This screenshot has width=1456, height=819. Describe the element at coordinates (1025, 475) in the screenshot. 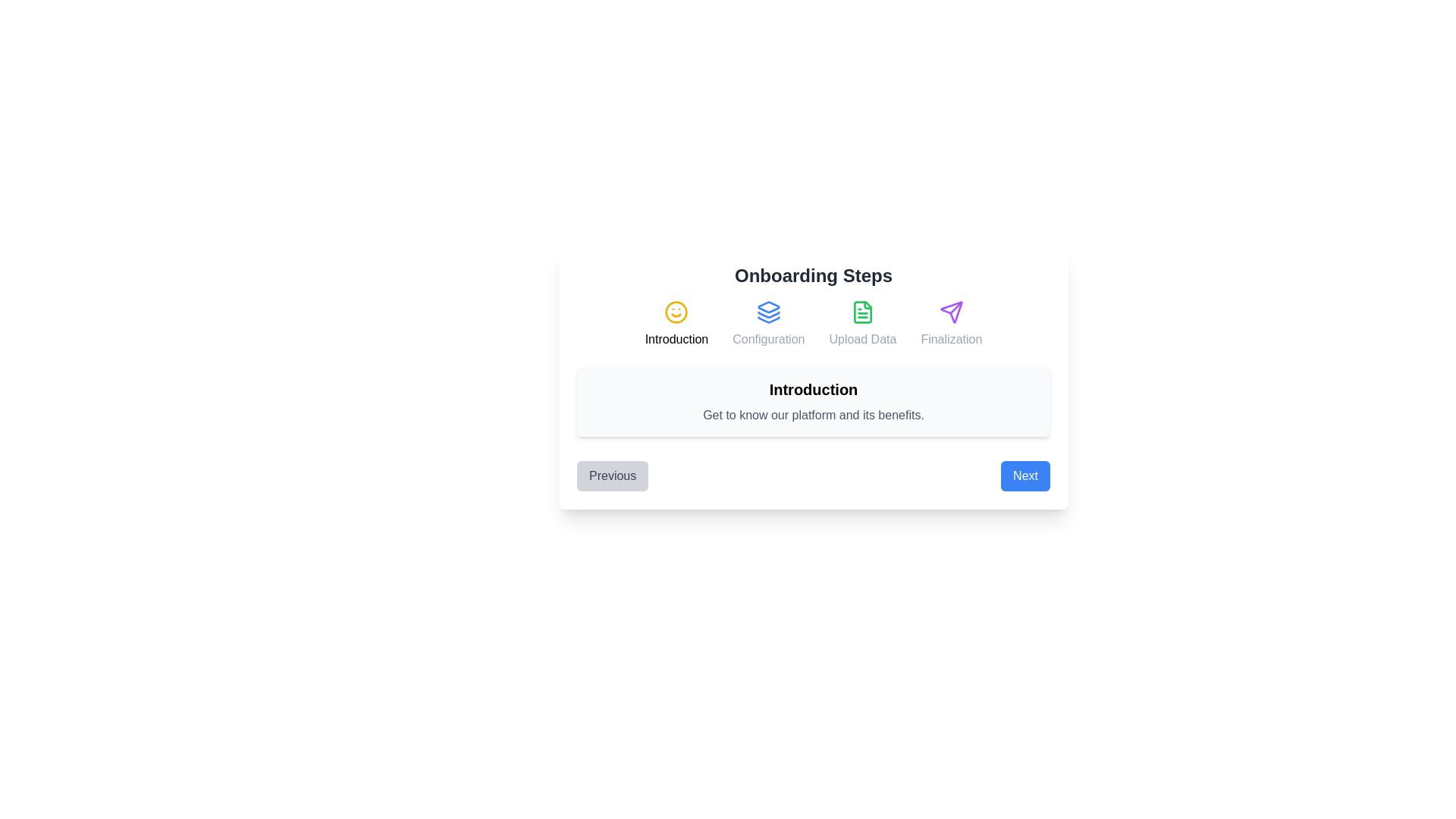

I see `the 'Next' button, which is a rounded rectangular button with a blue background and white text, located at the bottom-right of the onboarding steps interface` at that location.